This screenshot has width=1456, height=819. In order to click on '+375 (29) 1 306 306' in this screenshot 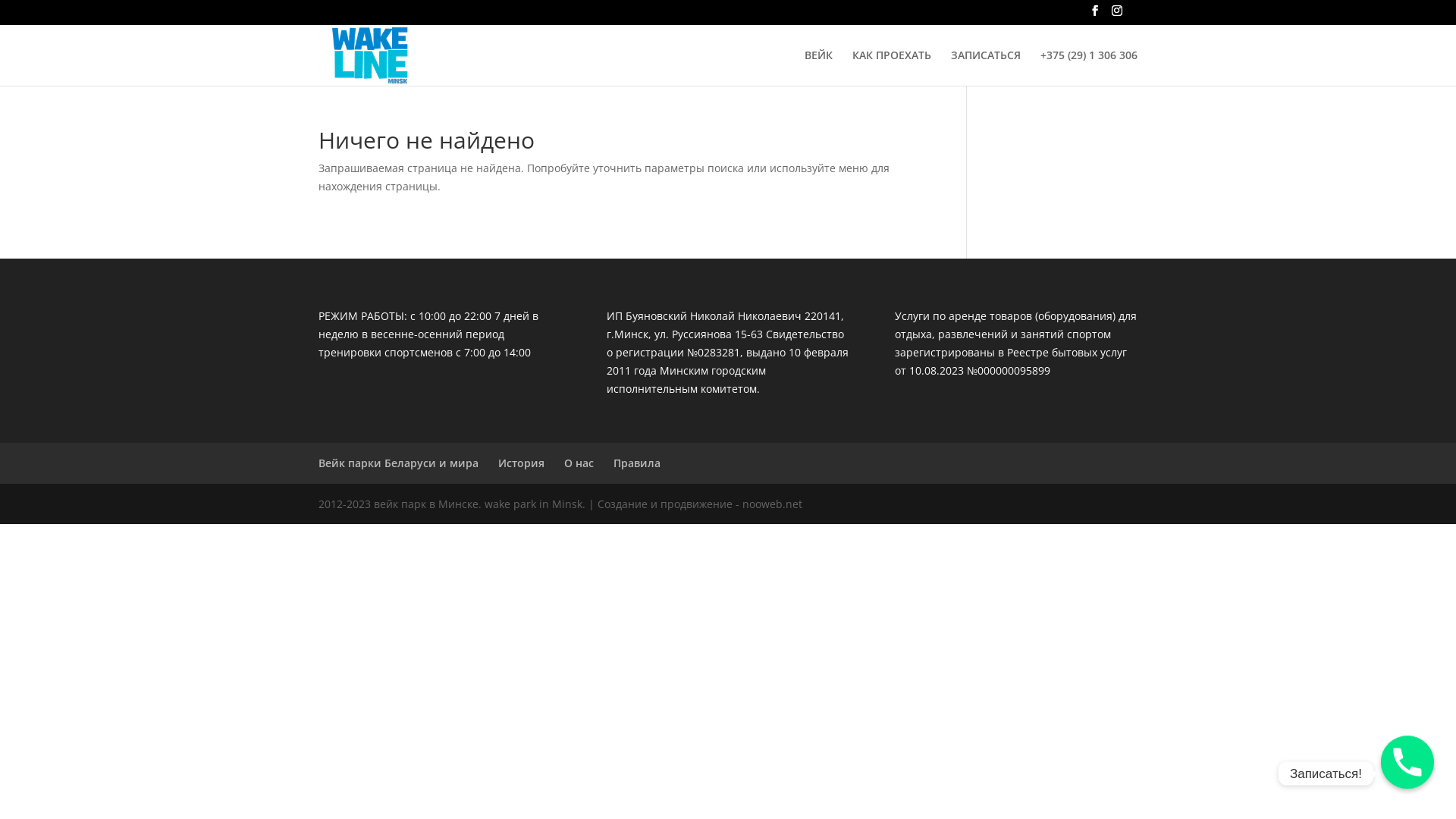, I will do `click(1087, 67)`.